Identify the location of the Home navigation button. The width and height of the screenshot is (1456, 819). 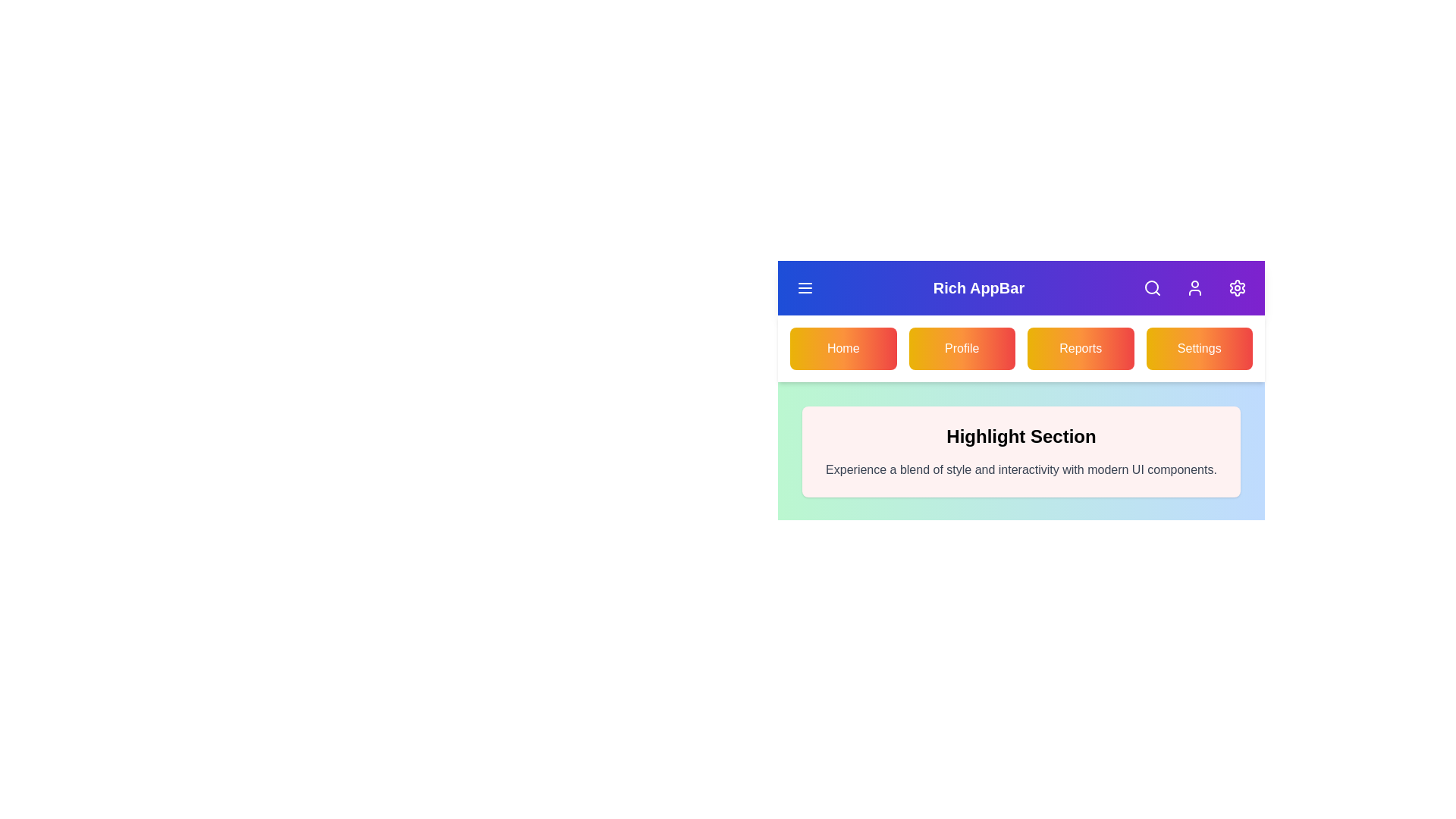
(843, 348).